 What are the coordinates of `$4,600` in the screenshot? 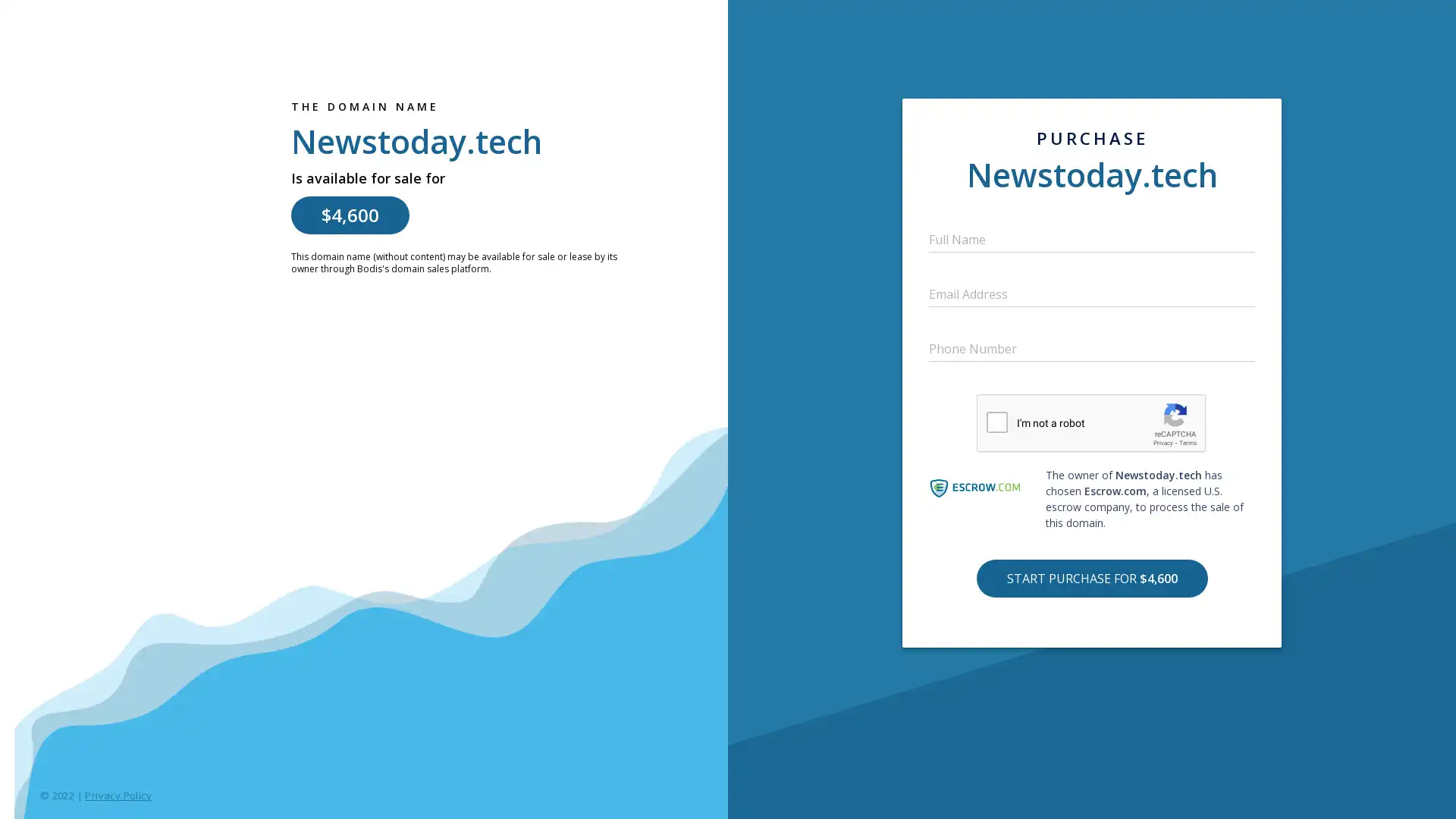 It's located at (349, 215).